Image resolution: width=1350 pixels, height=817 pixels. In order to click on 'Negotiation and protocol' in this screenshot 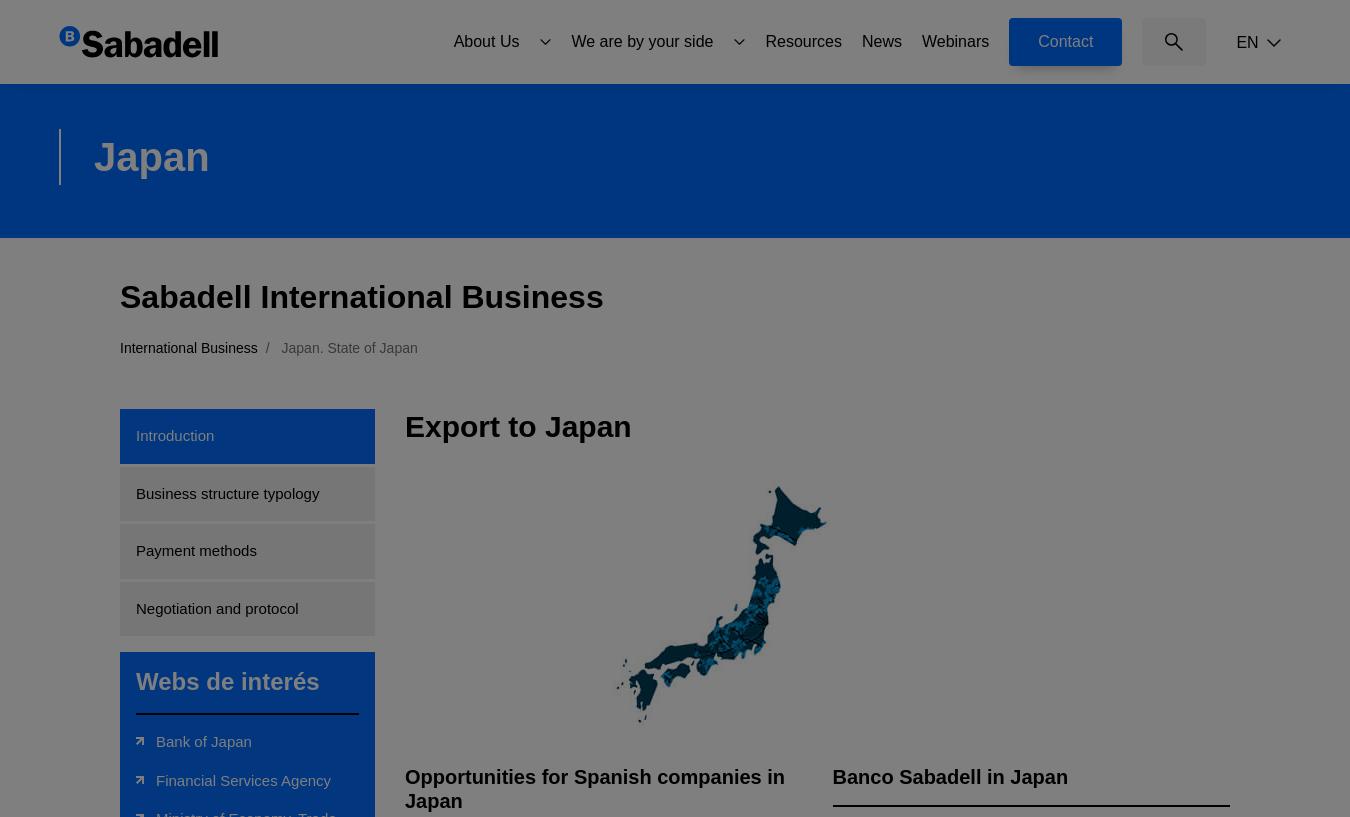, I will do `click(216, 607)`.